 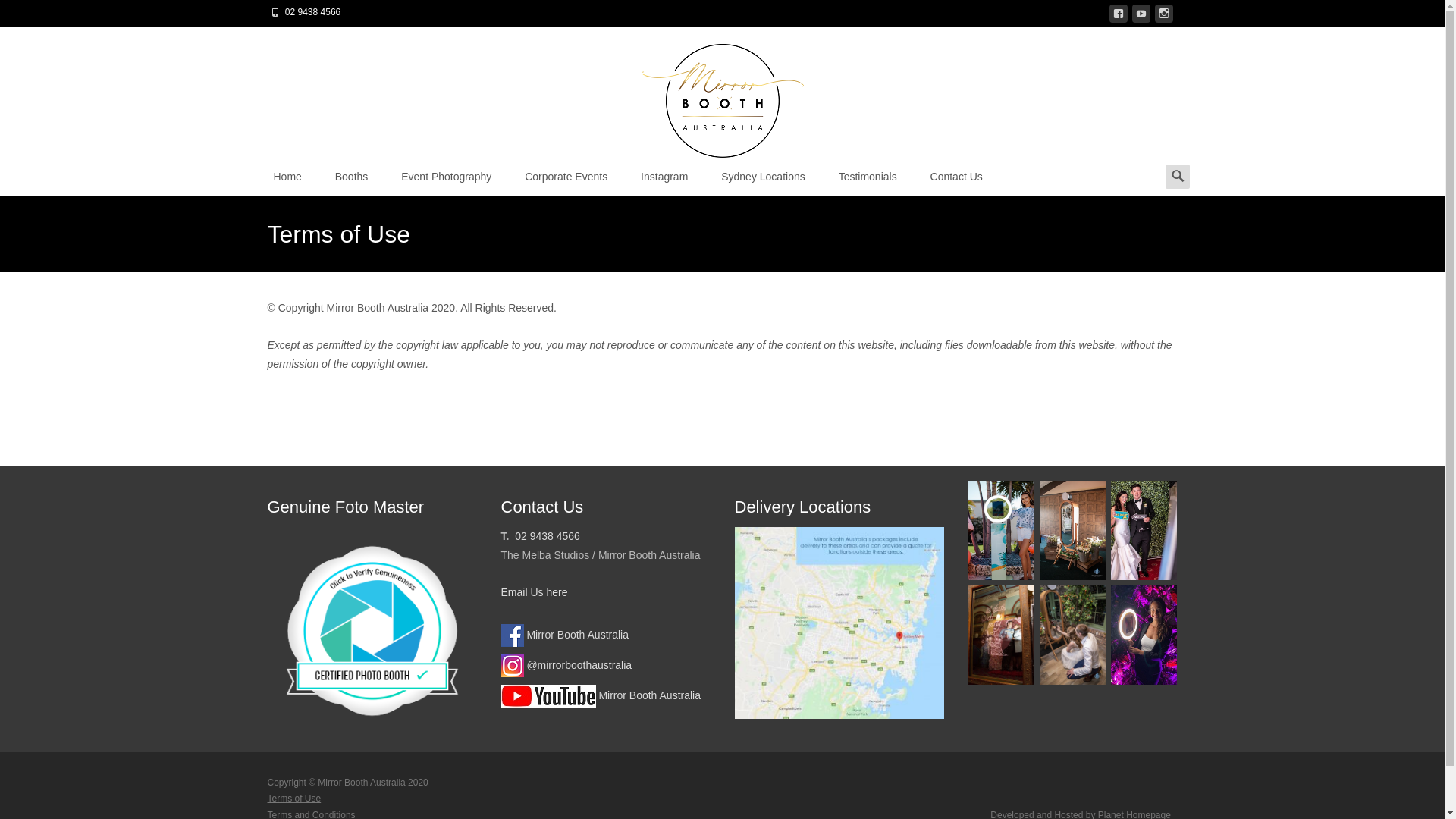 I want to click on 'Mirror Booth Australia', so click(x=720, y=93).